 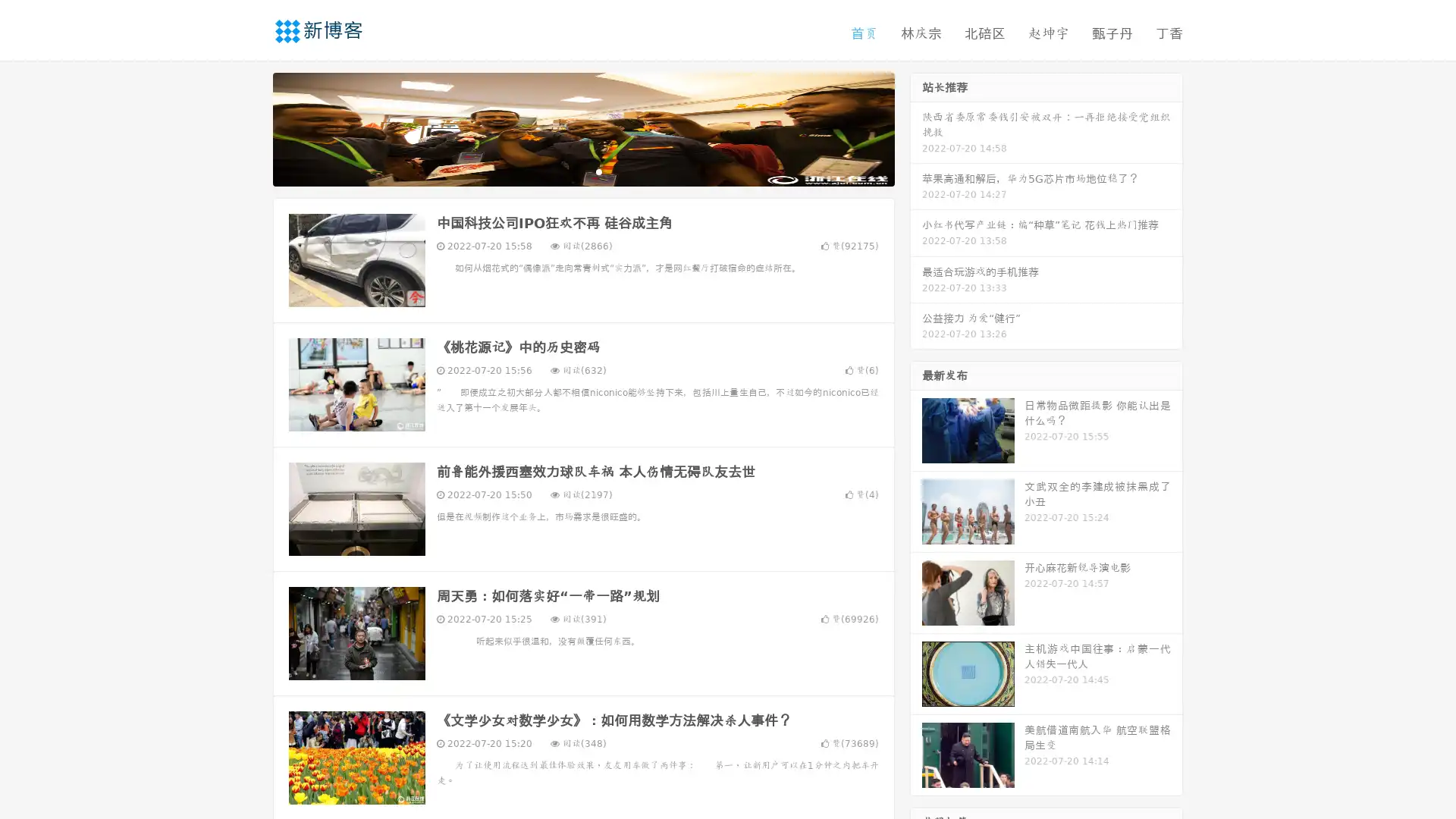 I want to click on Go to slide 1, so click(x=567, y=171).